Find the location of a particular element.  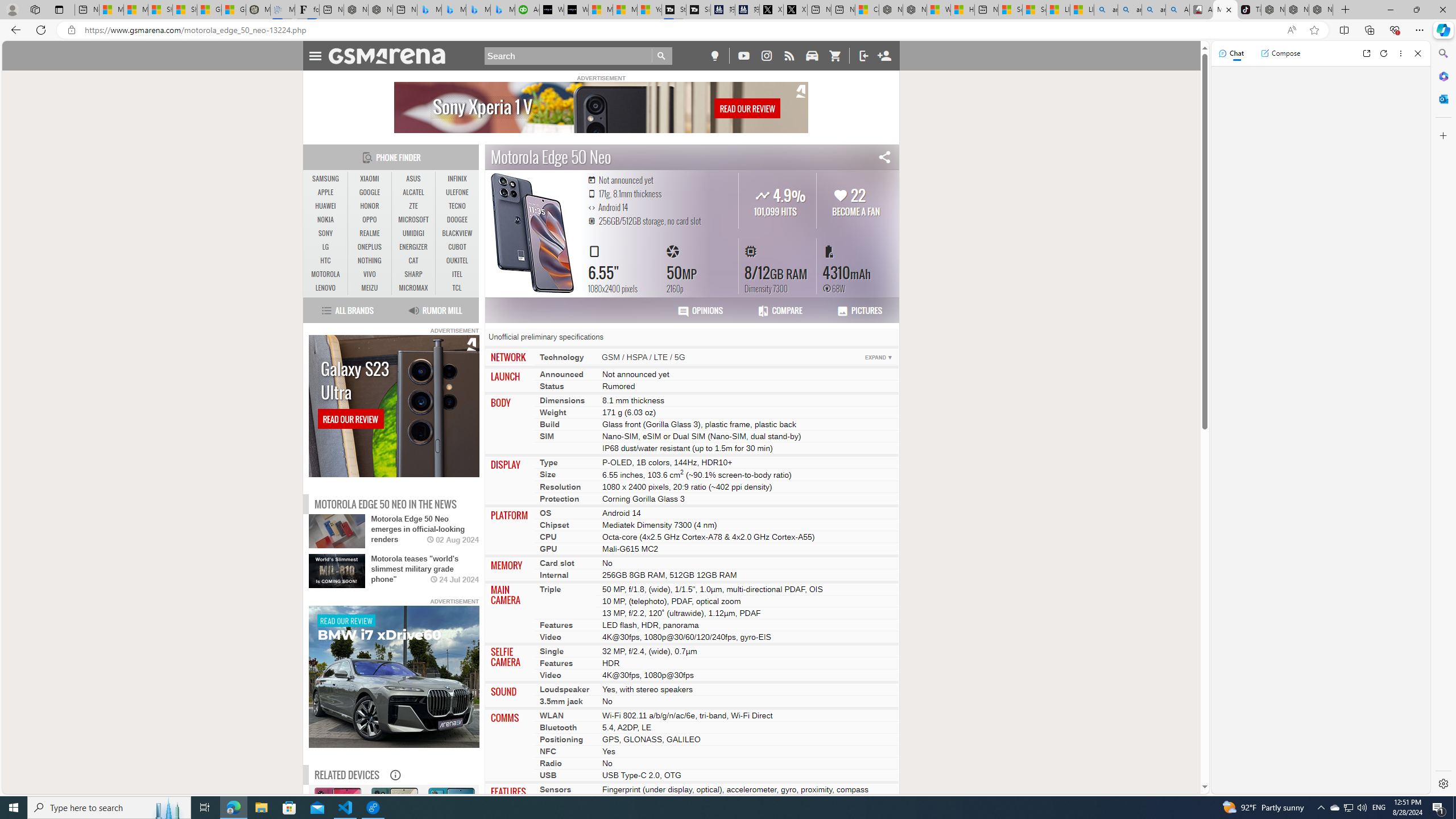

'Outlook' is located at coordinates (1442, 98).